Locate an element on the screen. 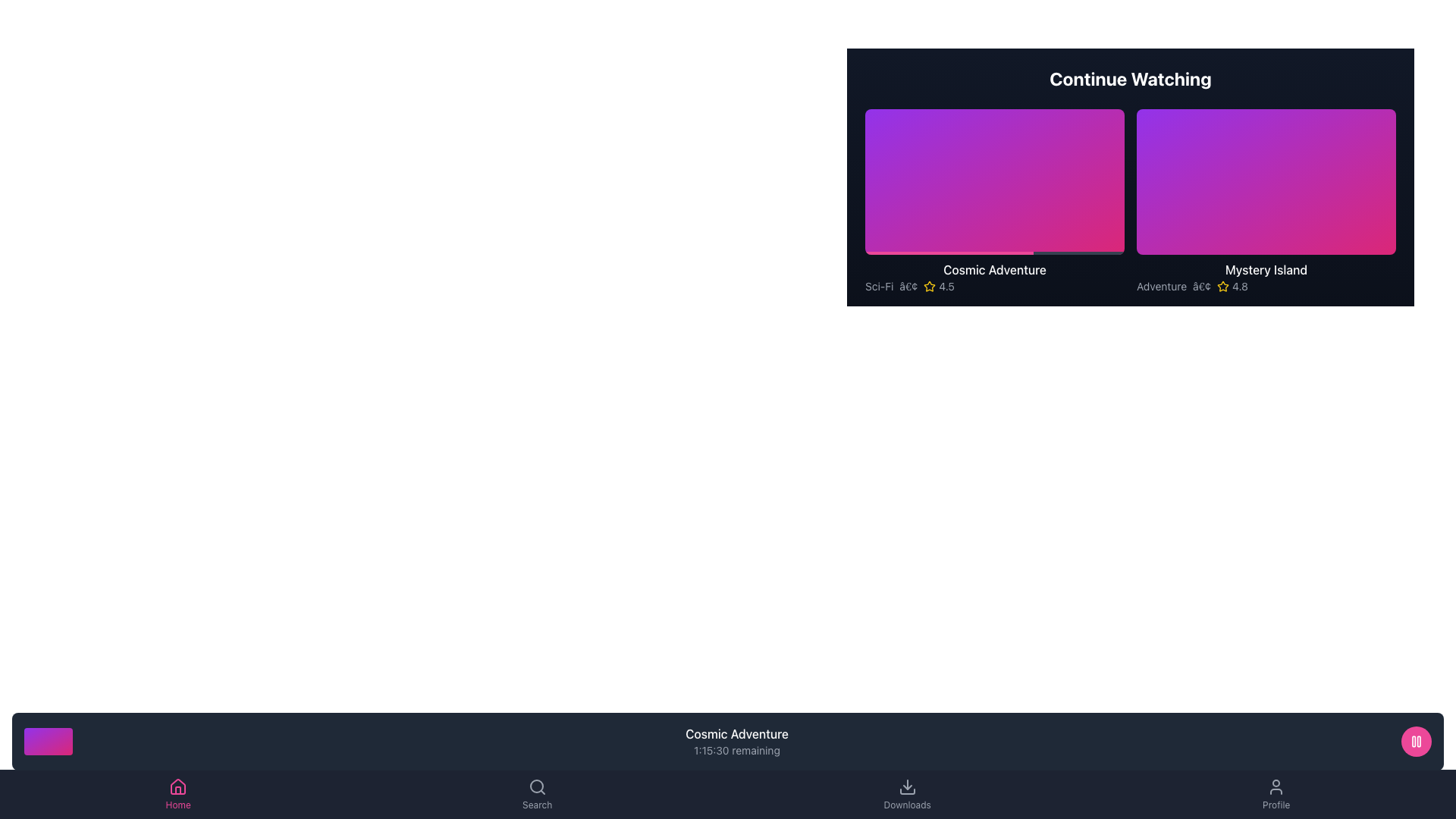  the clickable image panel representing the video thumbnail for 'Cosmic Adventure', located in the 'Continue Watching' section is located at coordinates (994, 180).